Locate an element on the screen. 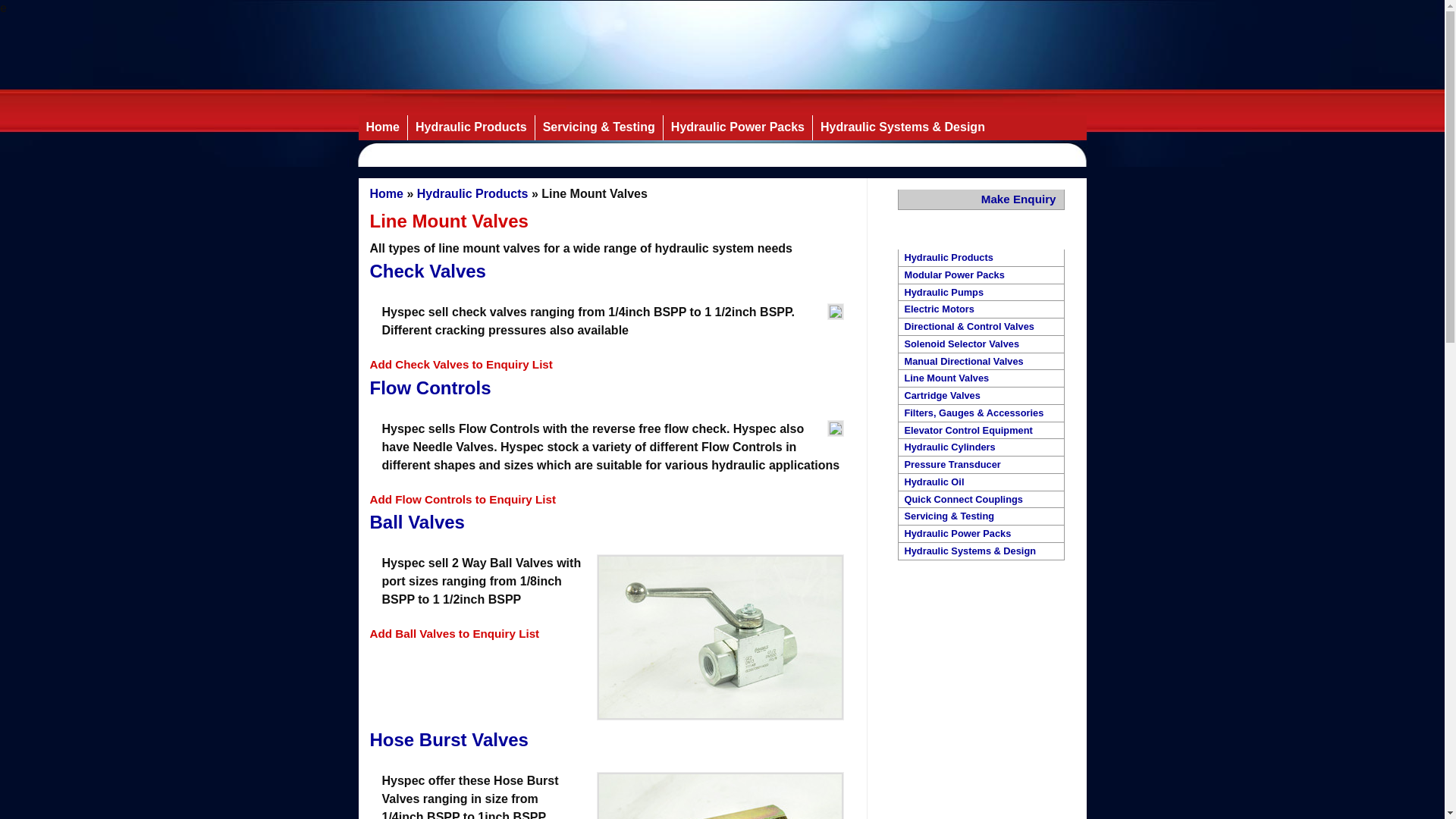 The width and height of the screenshot is (1456, 819). 'Modular Power Packs' is located at coordinates (980, 275).